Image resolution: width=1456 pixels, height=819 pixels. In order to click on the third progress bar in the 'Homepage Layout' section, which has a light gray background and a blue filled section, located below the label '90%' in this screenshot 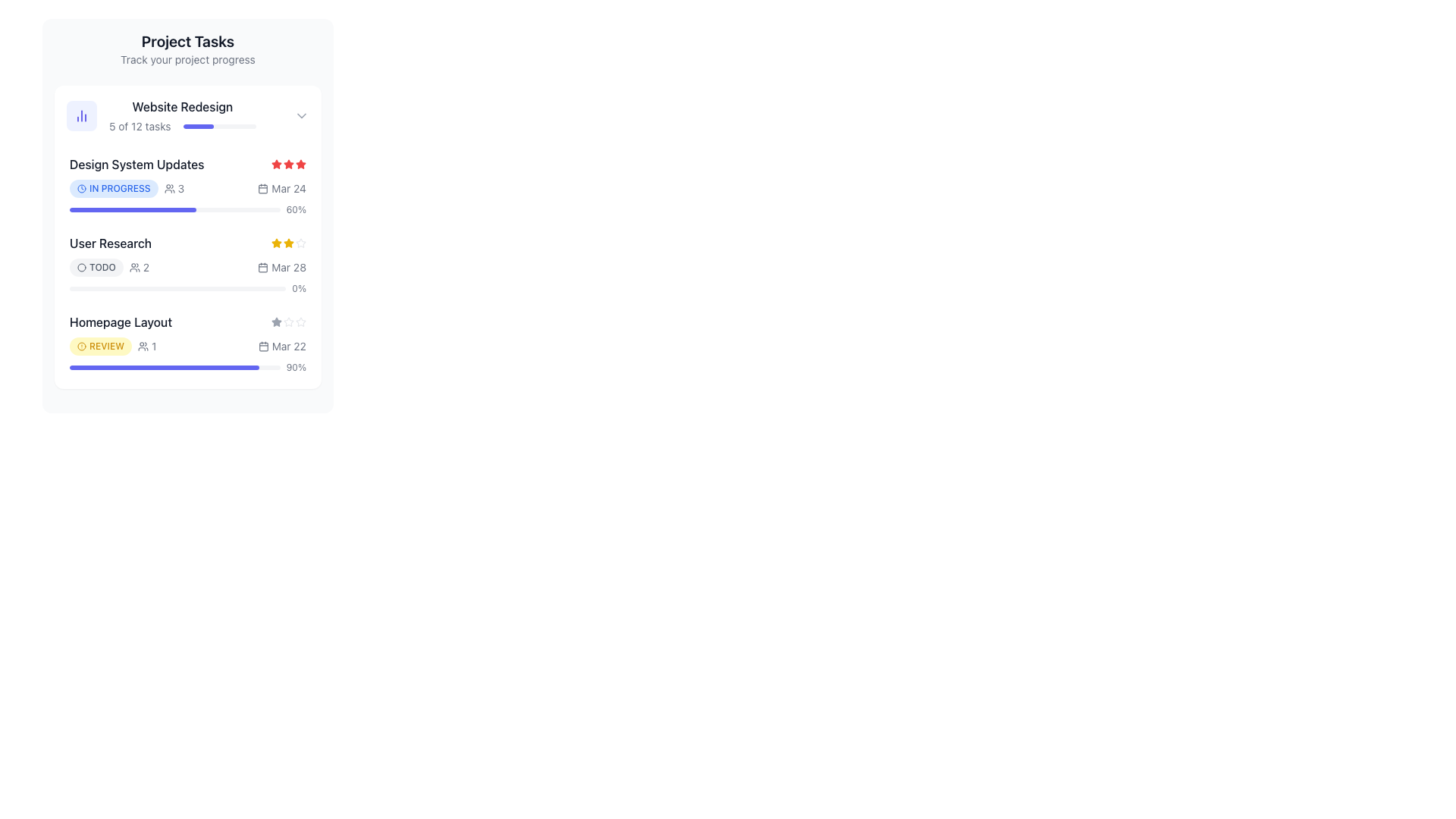, I will do `click(174, 368)`.